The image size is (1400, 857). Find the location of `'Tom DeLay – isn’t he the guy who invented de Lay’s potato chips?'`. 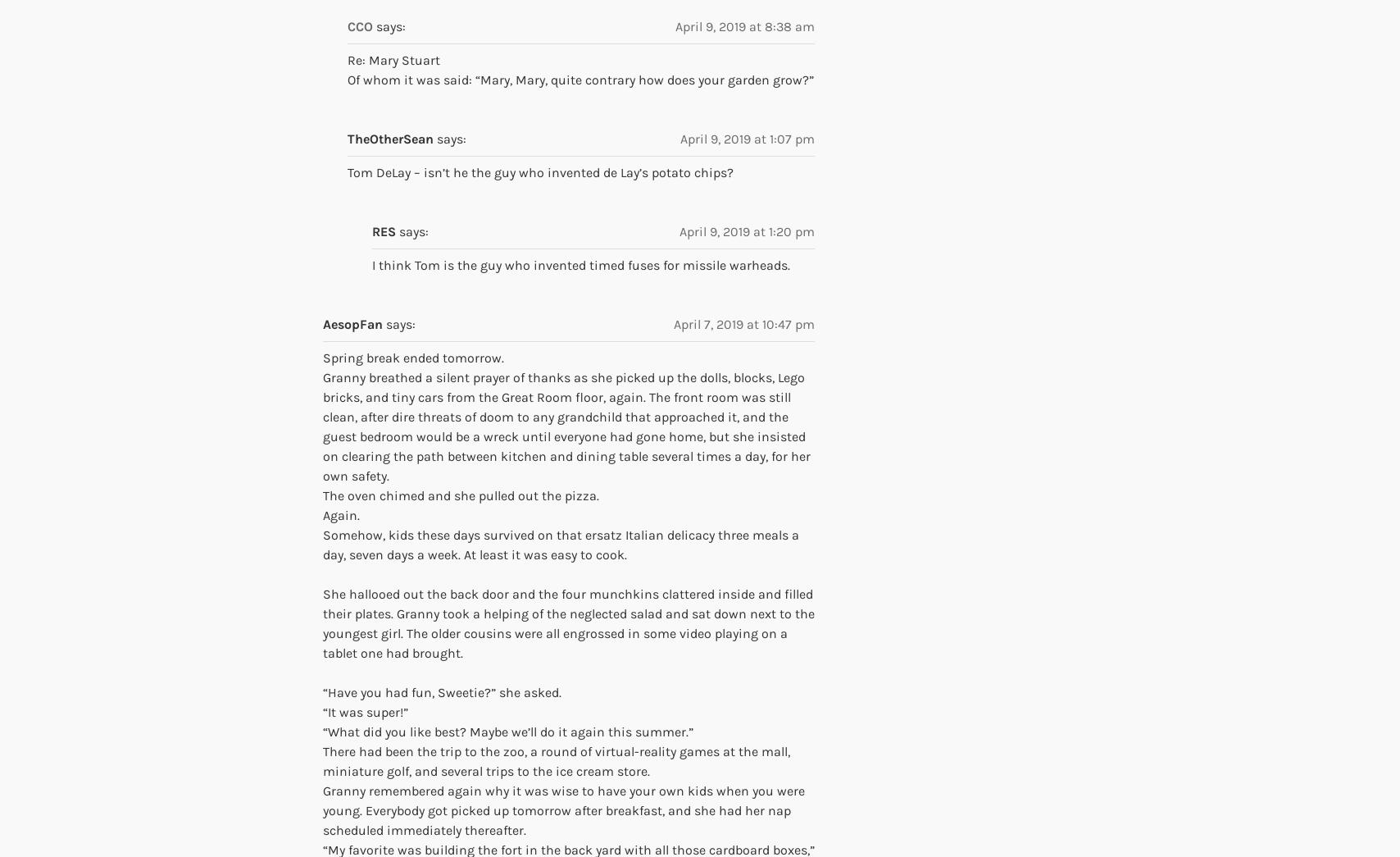

'Tom DeLay – isn’t he the guy who invented de Lay’s potato chips?' is located at coordinates (540, 172).